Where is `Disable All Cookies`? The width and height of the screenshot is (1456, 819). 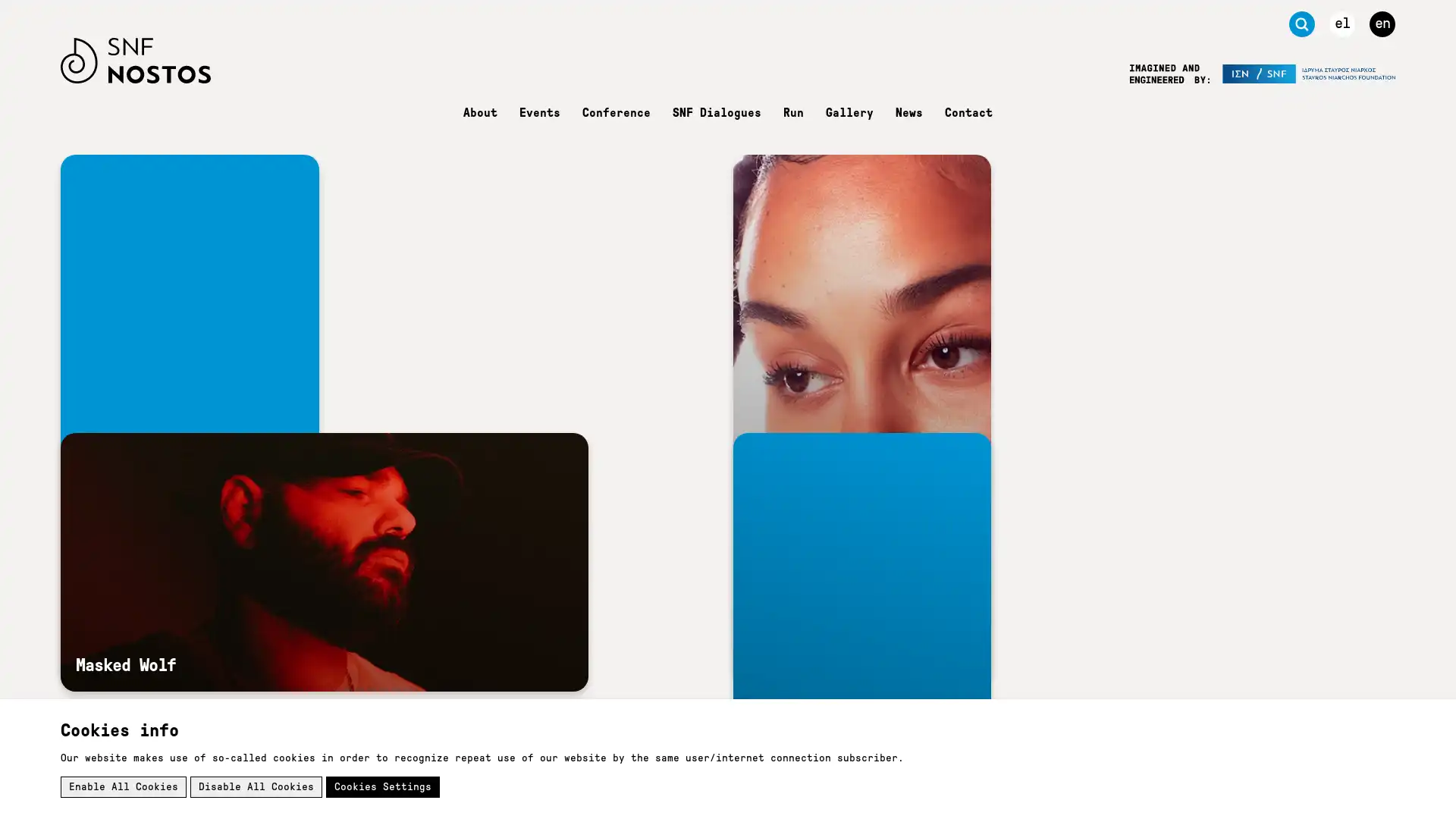 Disable All Cookies is located at coordinates (256, 786).